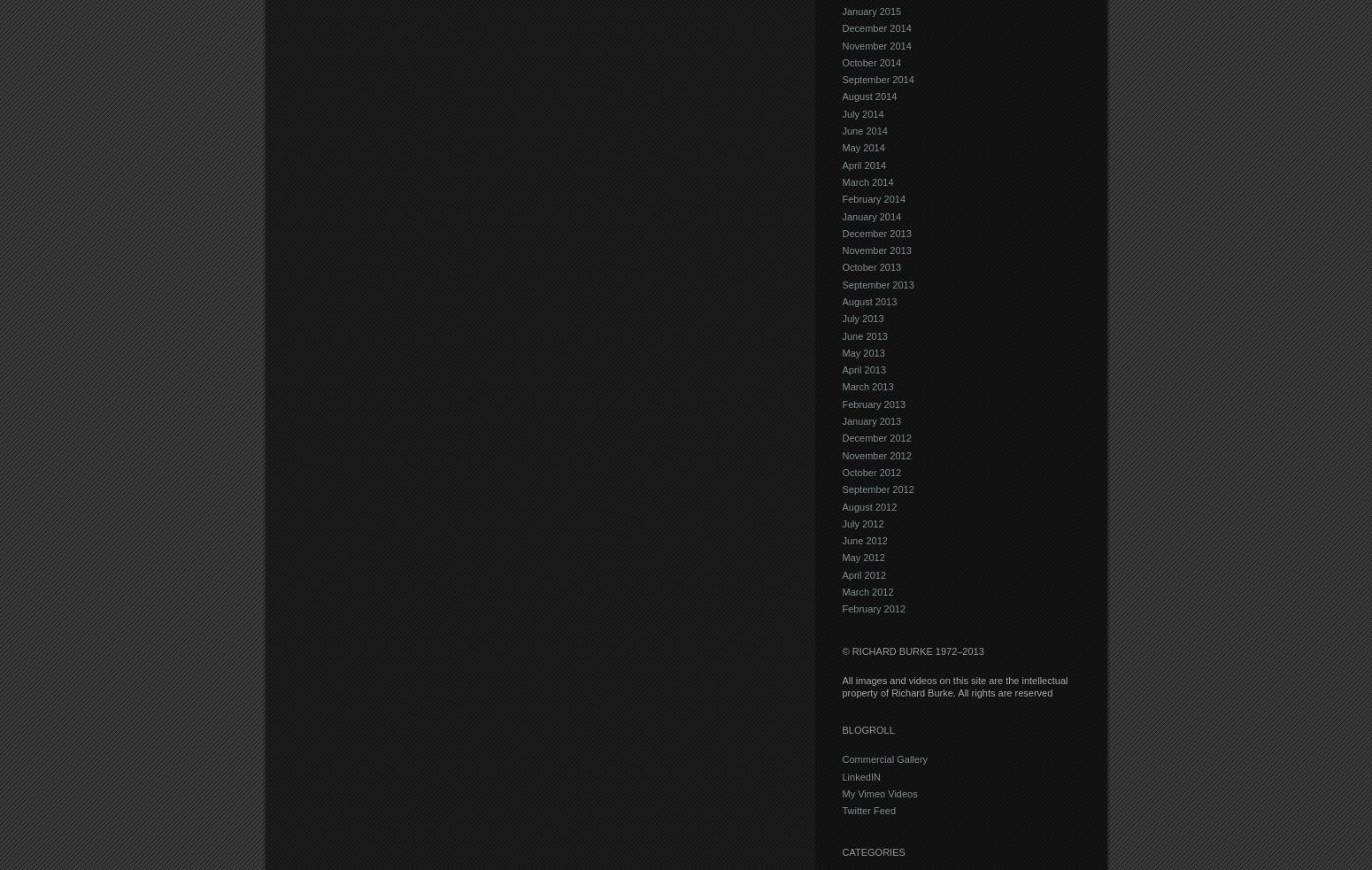 Image resolution: width=1372 pixels, height=870 pixels. I want to click on 'March 2014', so click(840, 181).